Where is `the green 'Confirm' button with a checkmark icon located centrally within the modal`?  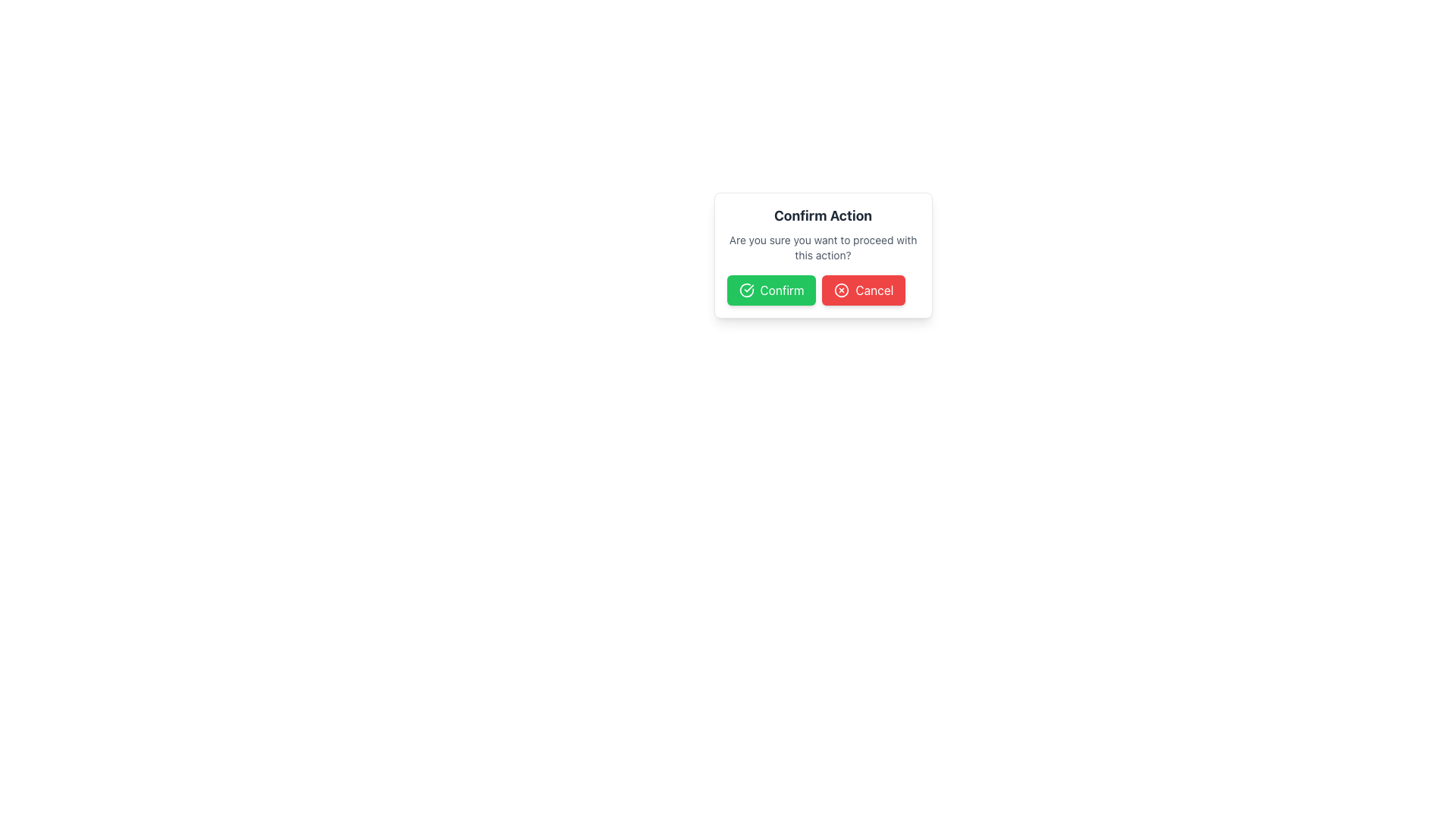 the green 'Confirm' button with a checkmark icon located centrally within the modal is located at coordinates (771, 290).